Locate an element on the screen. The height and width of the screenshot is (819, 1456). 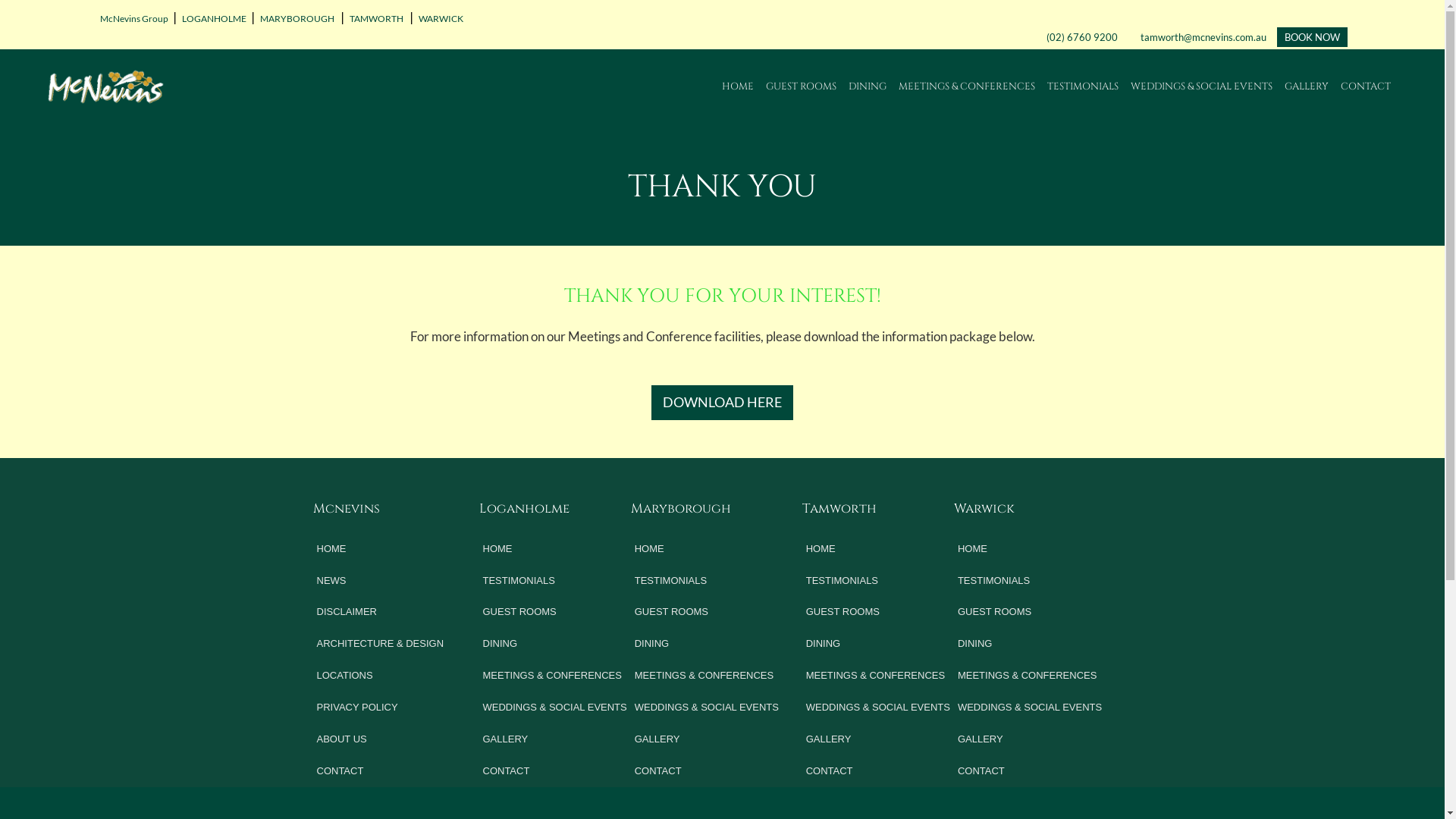
'(02) 6760 9200' is located at coordinates (1081, 36).